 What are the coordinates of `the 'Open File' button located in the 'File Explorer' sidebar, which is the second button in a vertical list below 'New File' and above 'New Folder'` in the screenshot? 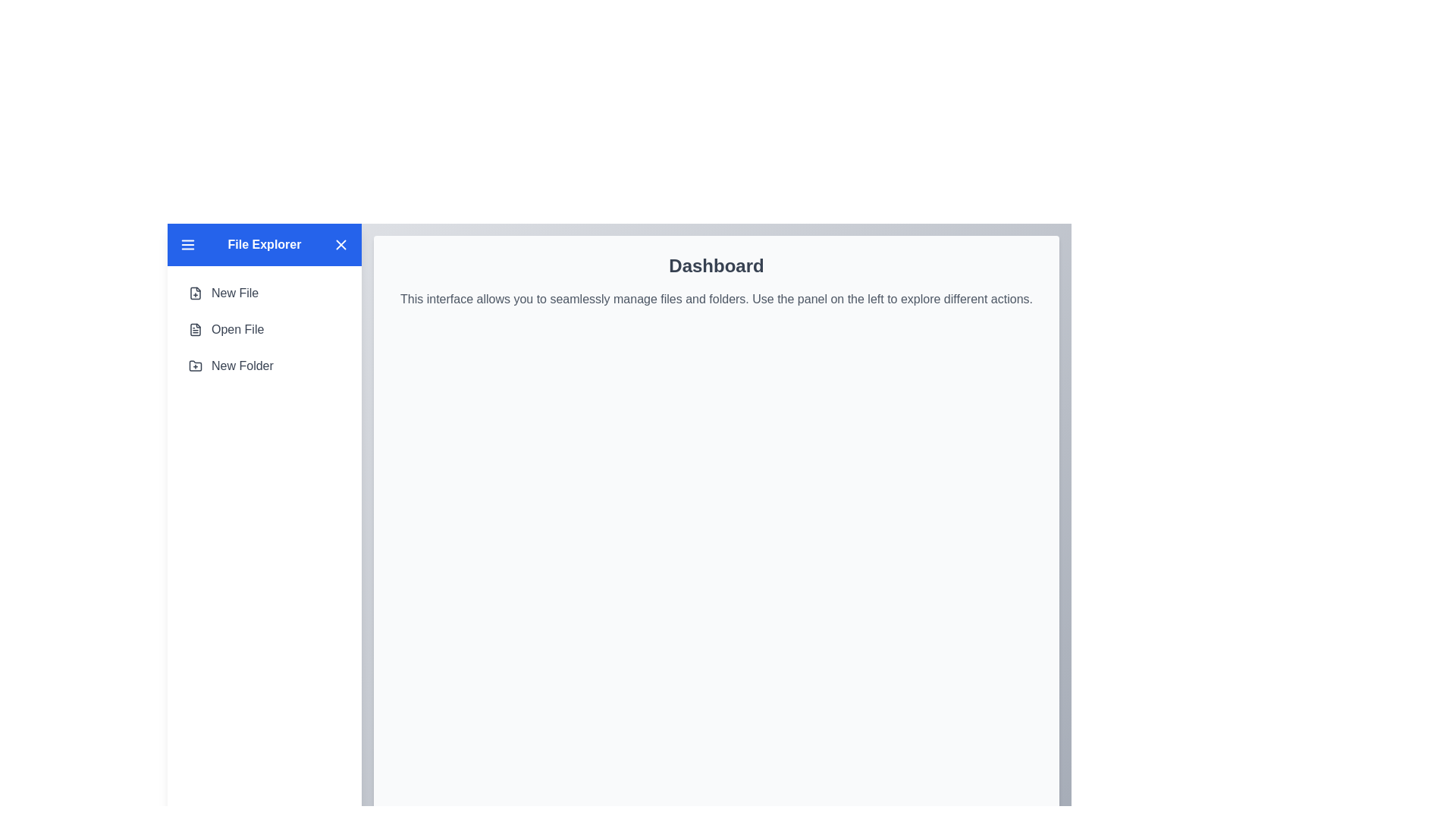 It's located at (265, 329).